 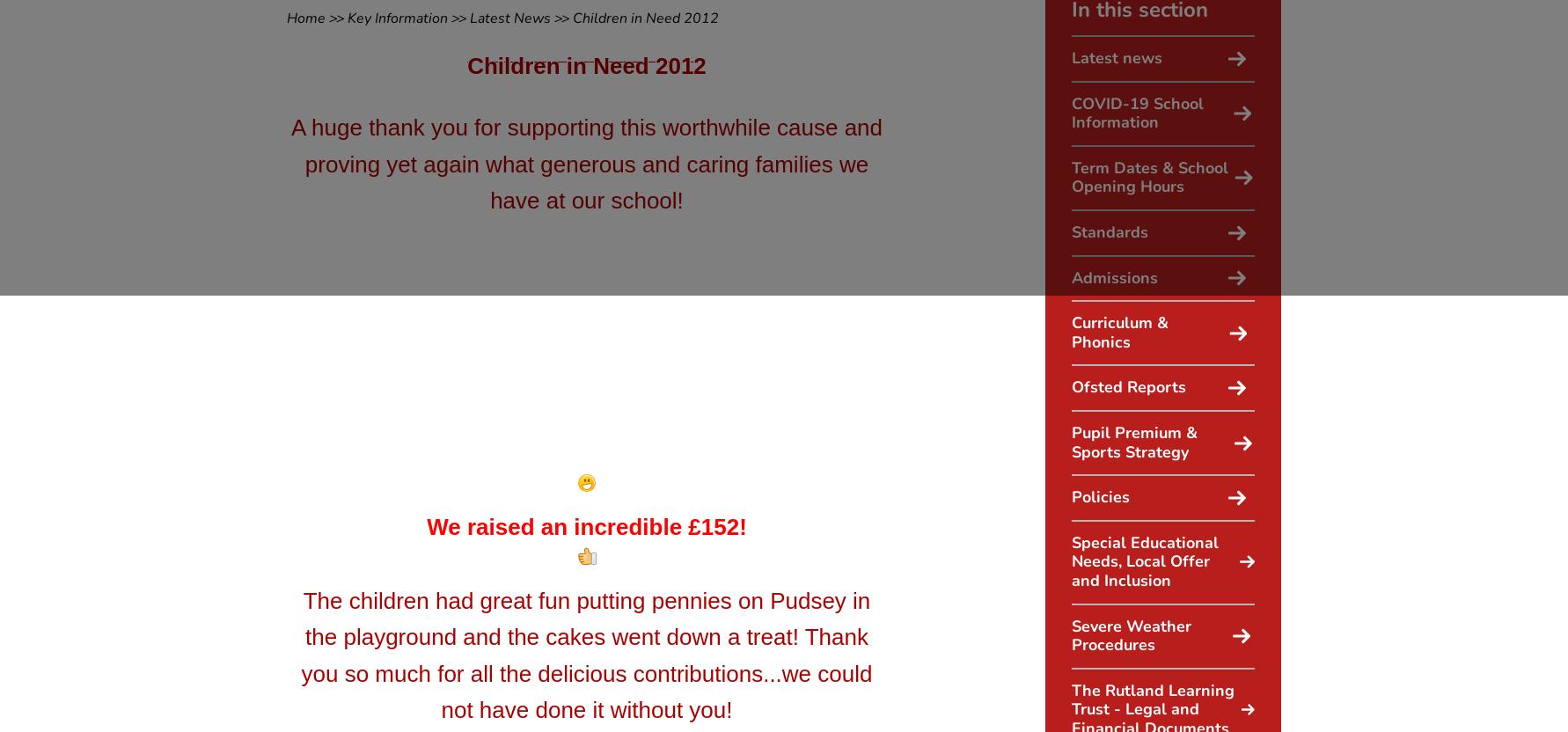 I want to click on 'Special Educational Needs, Local Offer and Inclusion', so click(x=1145, y=560).